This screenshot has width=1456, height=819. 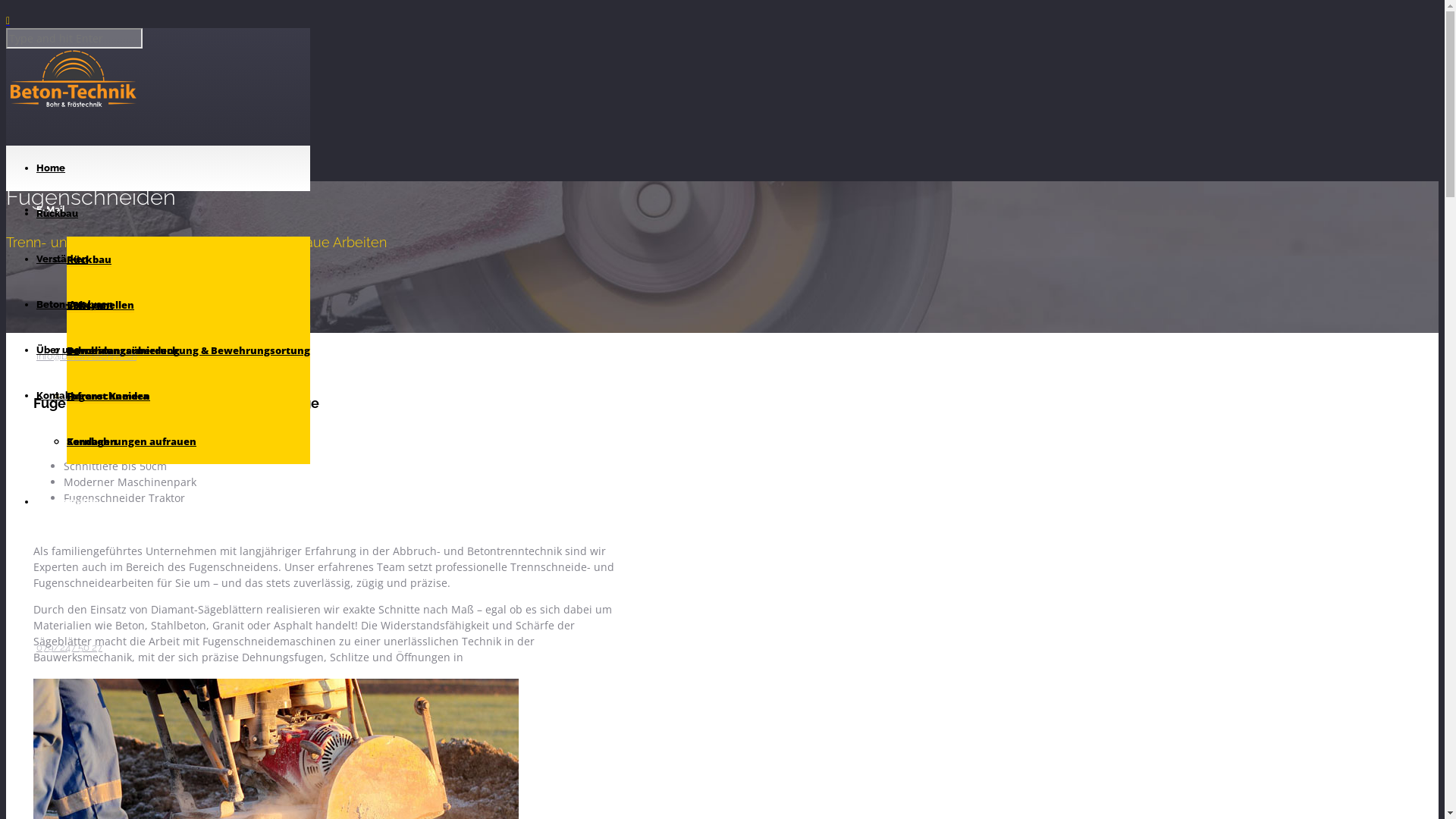 What do you see at coordinates (99, 305) in the screenshot?
I see `'CFK Lamellen'` at bounding box center [99, 305].